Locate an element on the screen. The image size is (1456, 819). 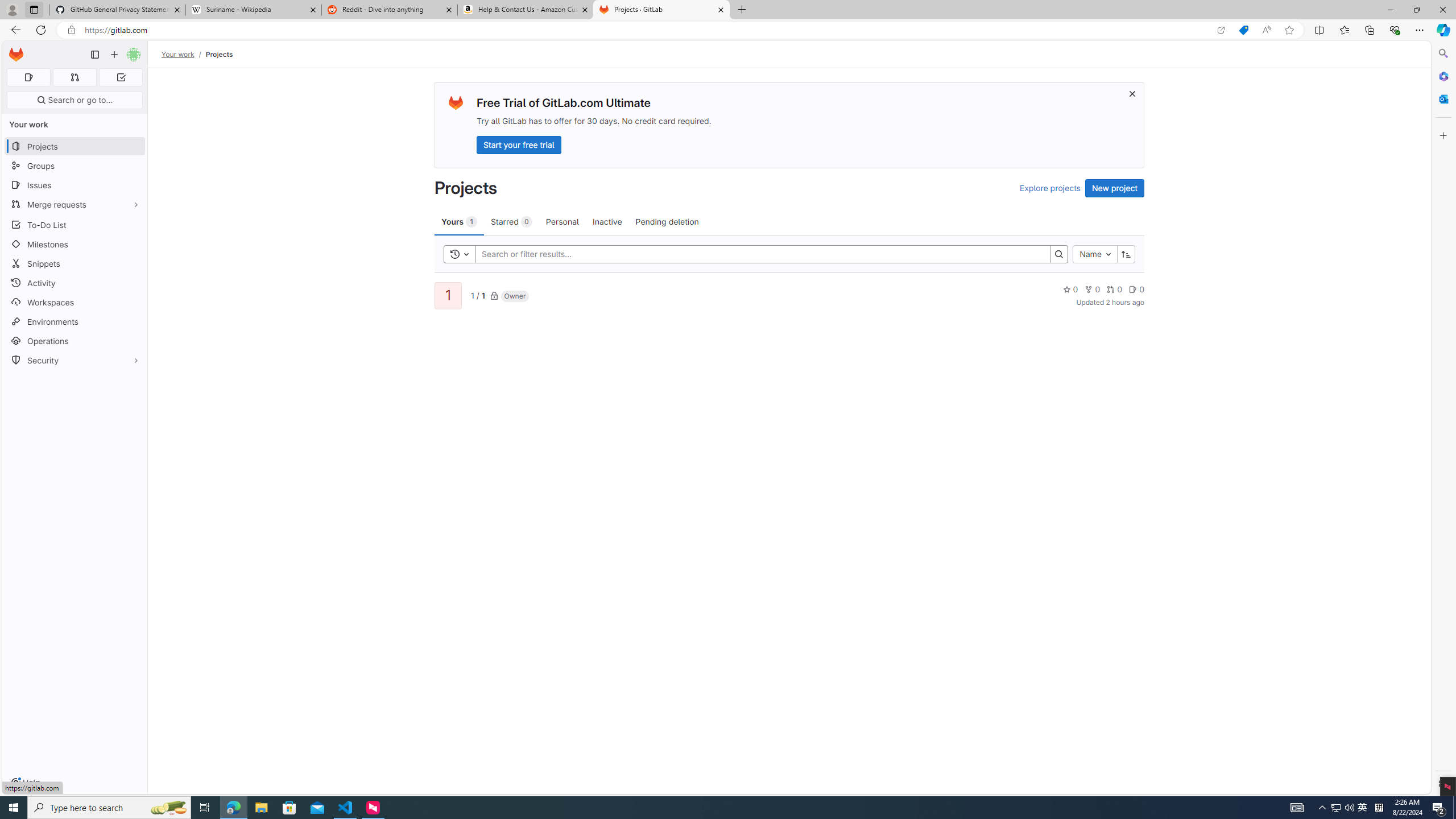
'Operations' is located at coordinates (74, 340).